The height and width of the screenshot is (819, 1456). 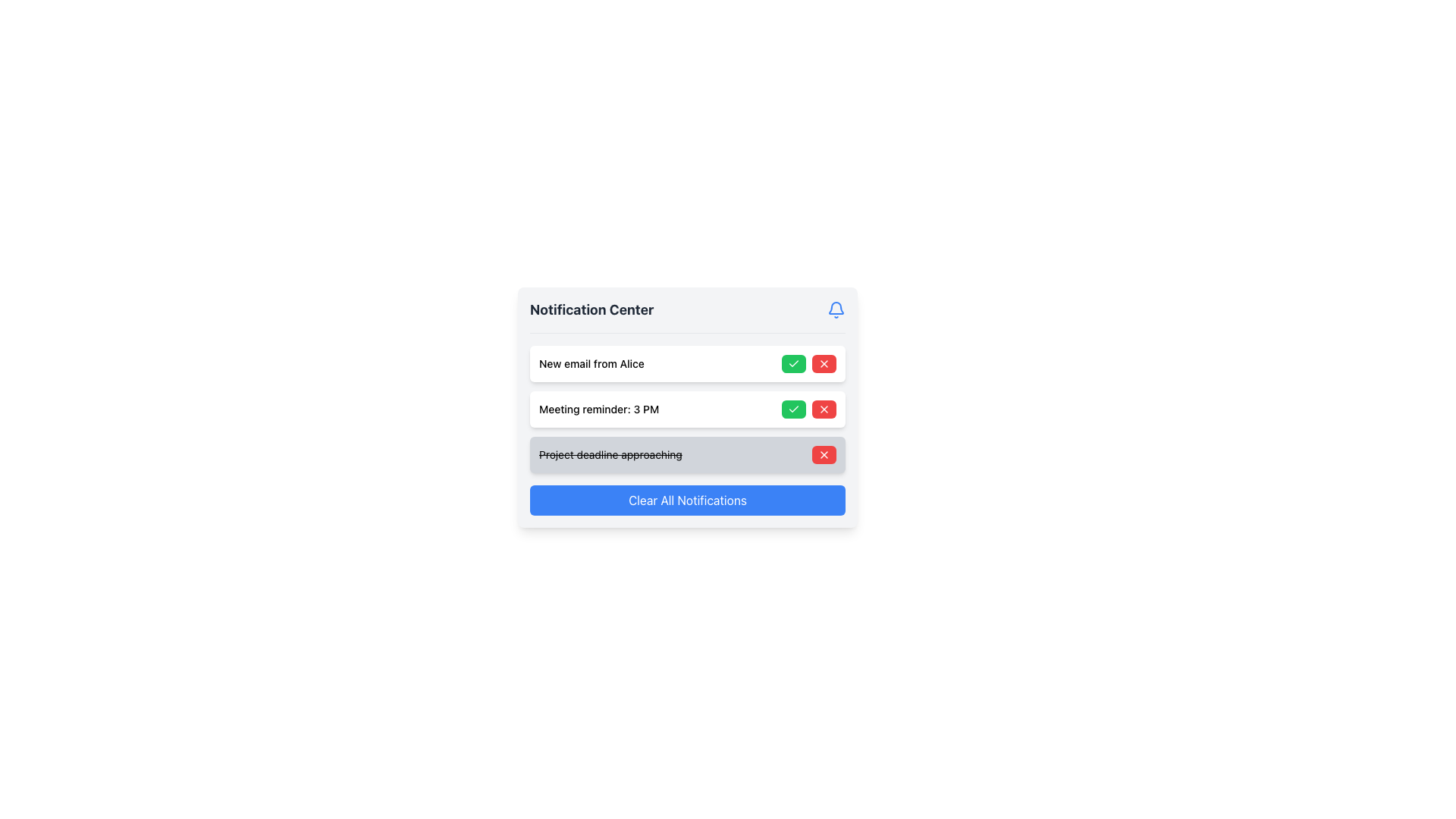 What do you see at coordinates (823, 454) in the screenshot?
I see `the dismiss button located in the notification row that reads 'Project deadline approaching'` at bounding box center [823, 454].